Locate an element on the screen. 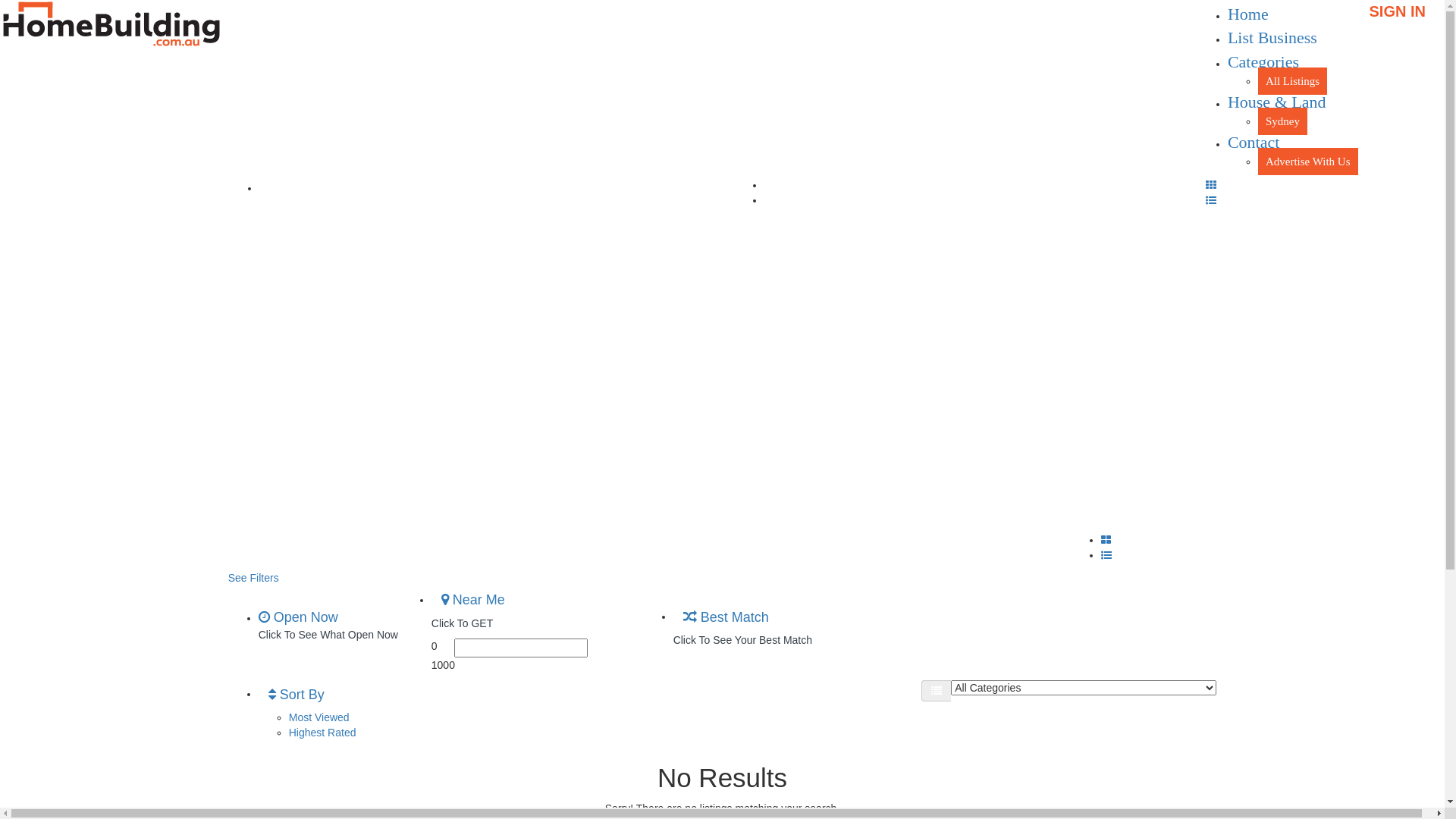  'Near Me' is located at coordinates (472, 599).